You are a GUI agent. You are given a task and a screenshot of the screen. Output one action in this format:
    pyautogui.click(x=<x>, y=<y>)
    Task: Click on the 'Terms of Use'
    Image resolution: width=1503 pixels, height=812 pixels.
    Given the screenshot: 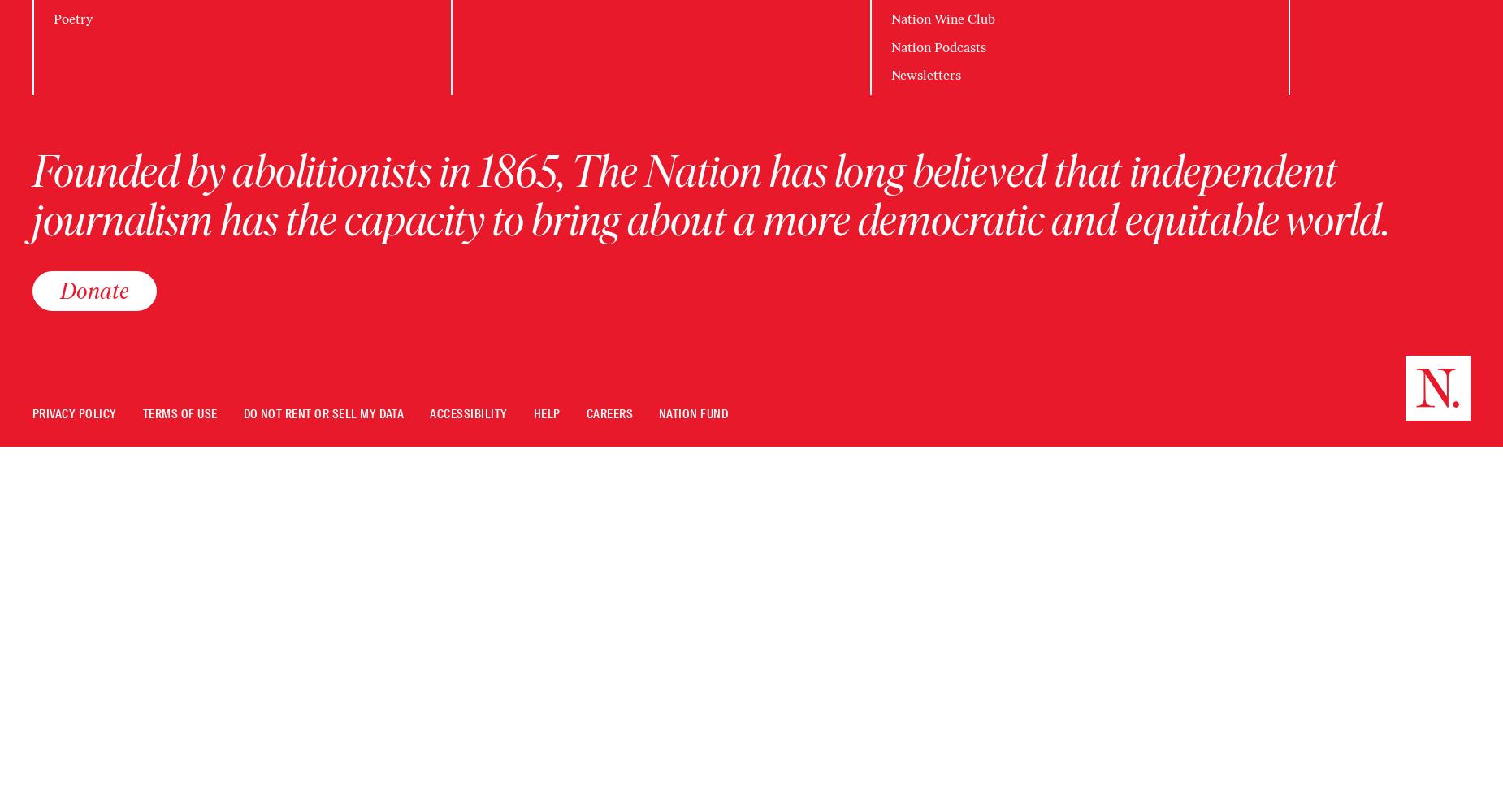 What is the action you would take?
    pyautogui.click(x=179, y=413)
    